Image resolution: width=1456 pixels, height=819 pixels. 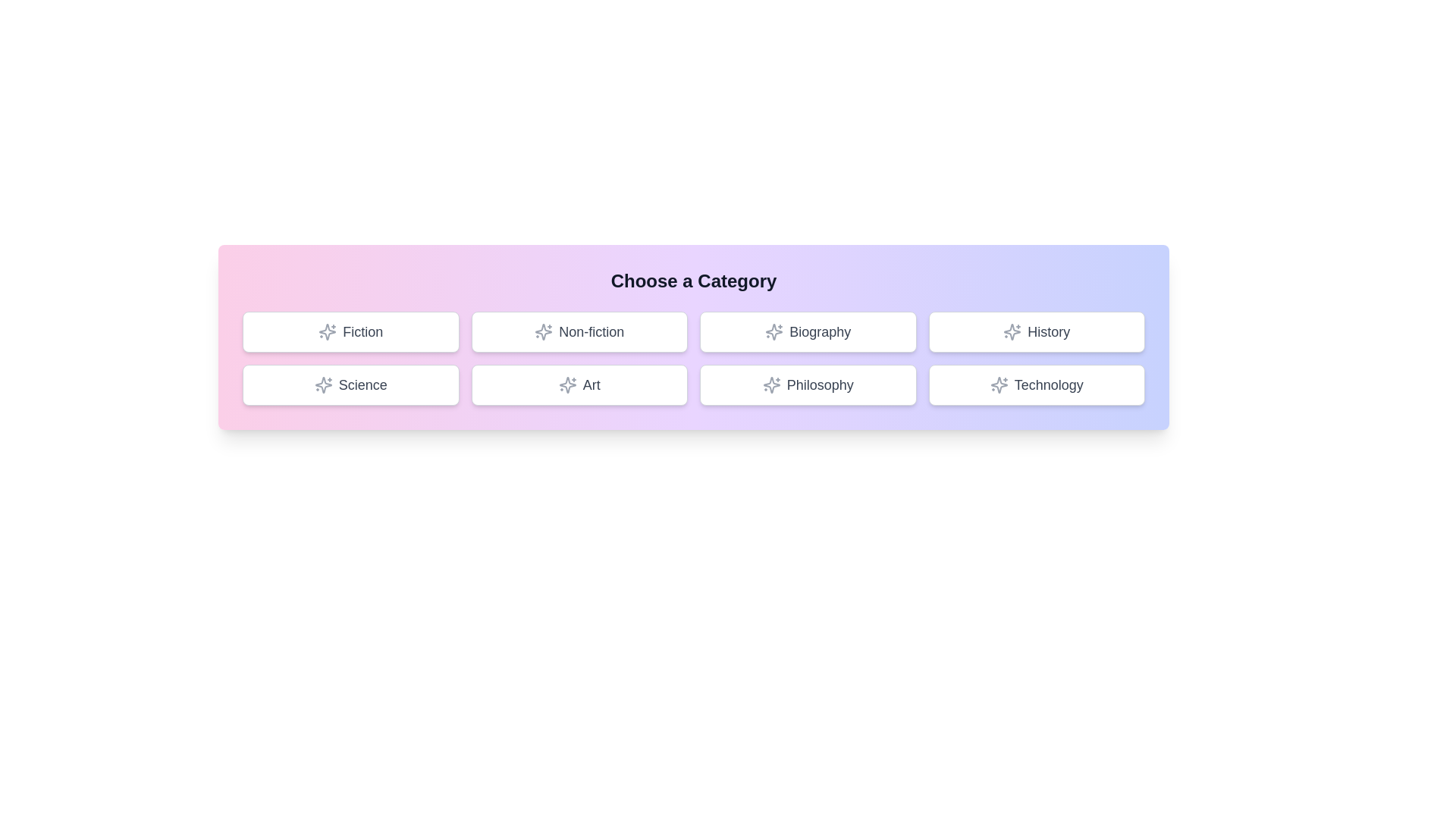 What do you see at coordinates (1036, 331) in the screenshot?
I see `the button labeled 'History' to observe the hover effect` at bounding box center [1036, 331].